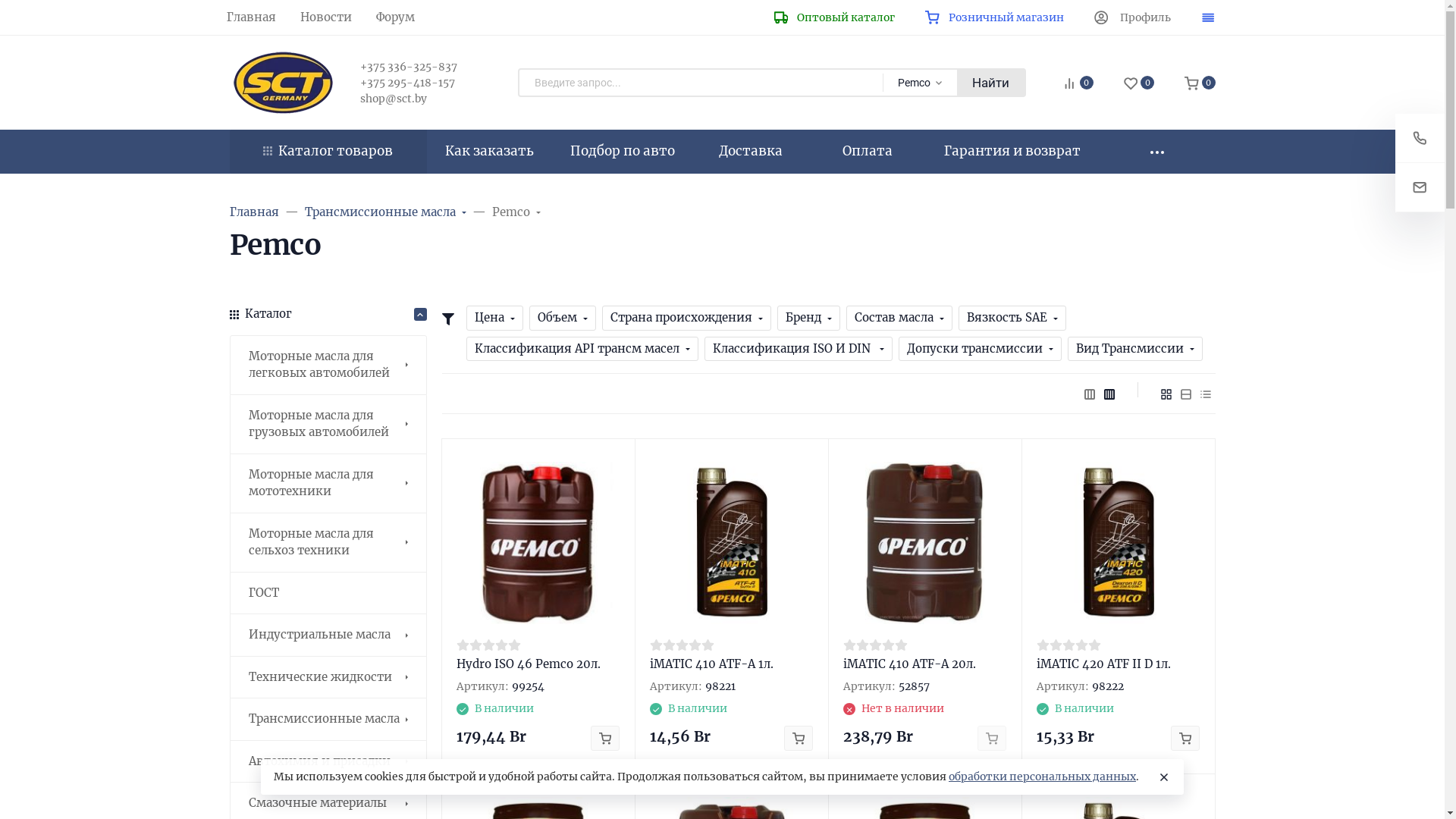 The width and height of the screenshot is (1456, 819). Describe the element at coordinates (491, 212) in the screenshot. I see `'Pemco'` at that location.